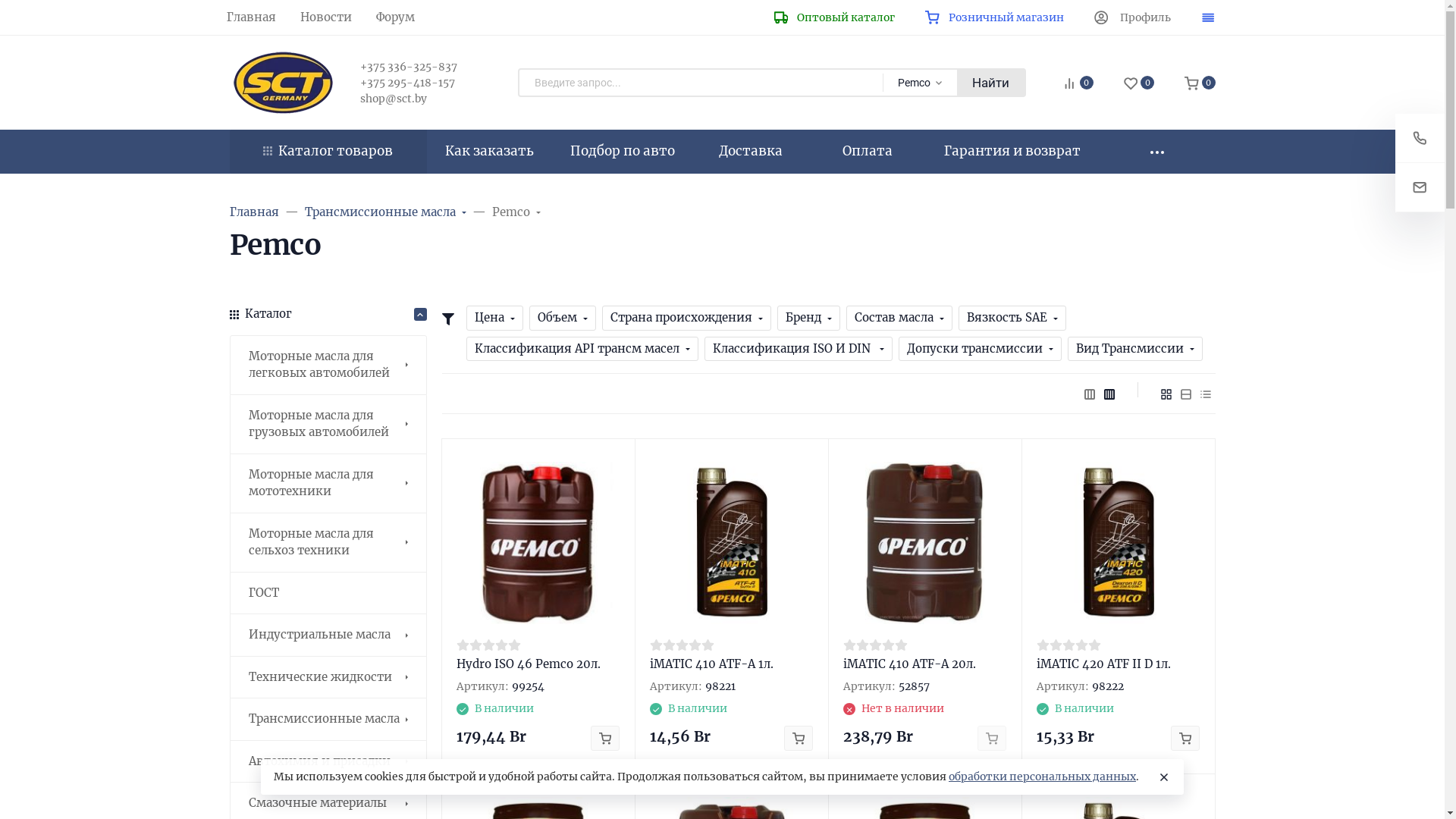 The width and height of the screenshot is (1456, 819). Describe the element at coordinates (491, 212) in the screenshot. I see `'Pemco'` at that location.